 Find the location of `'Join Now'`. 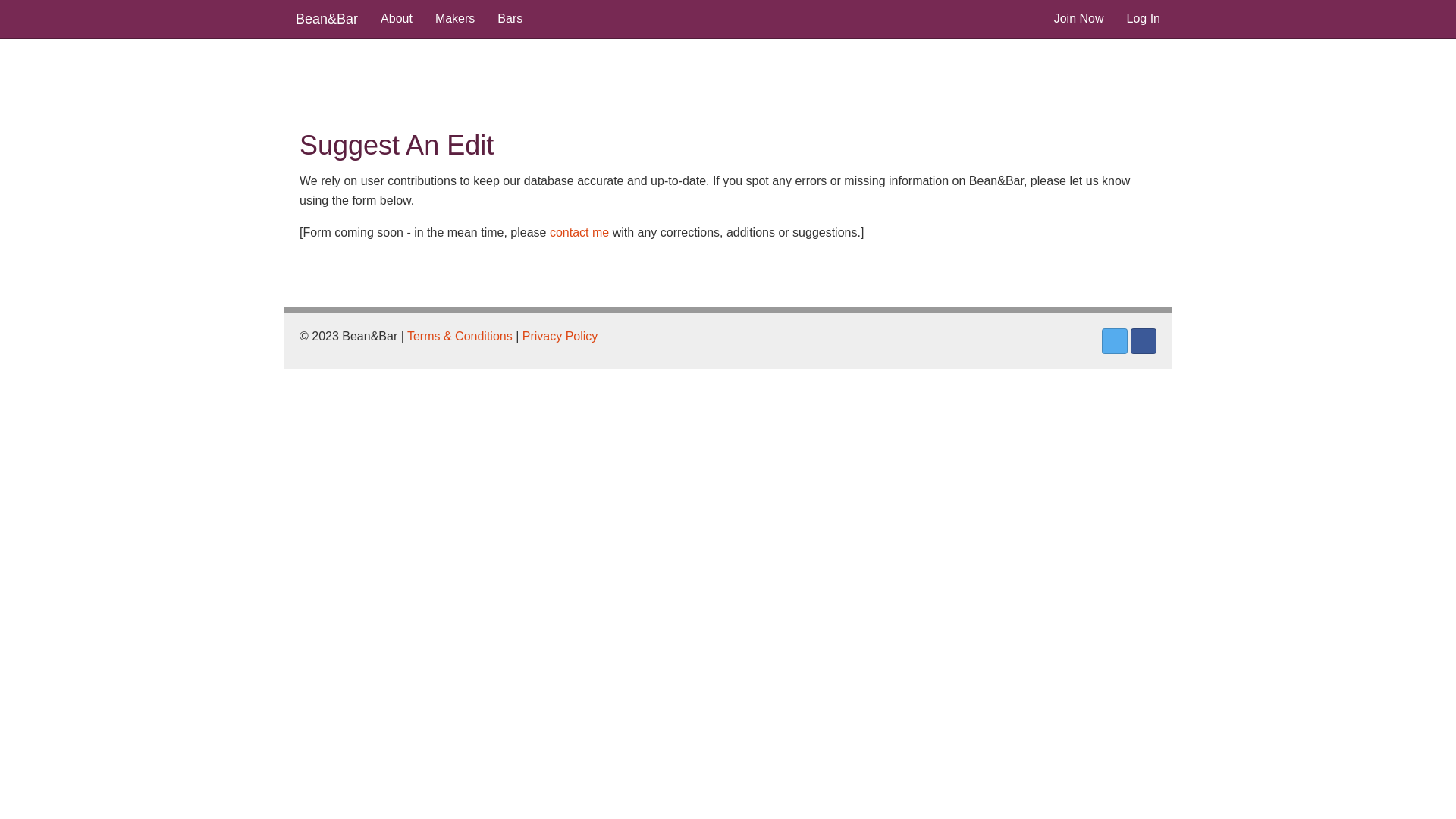

'Join Now' is located at coordinates (1078, 18).